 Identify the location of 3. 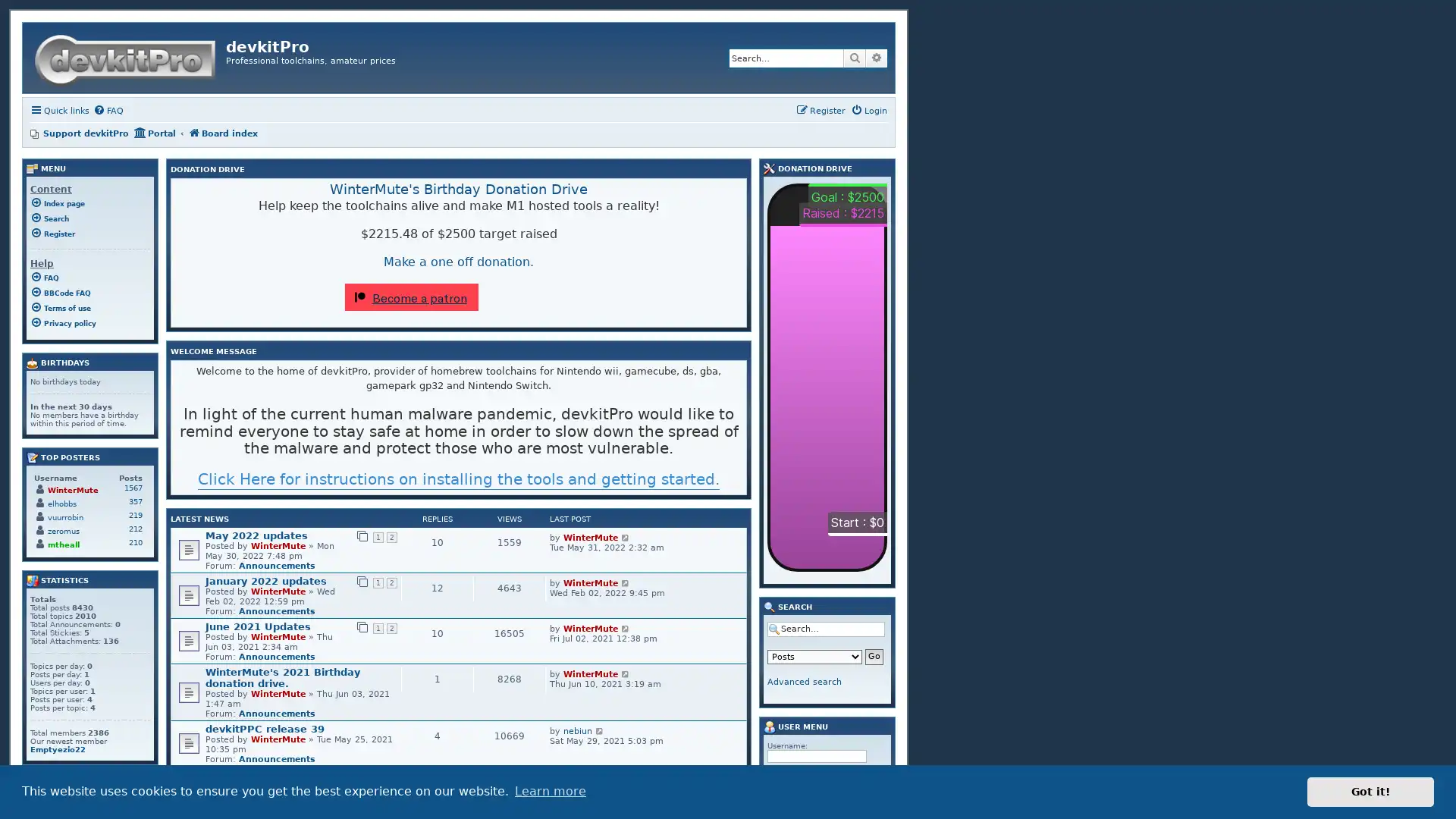
(679, 774).